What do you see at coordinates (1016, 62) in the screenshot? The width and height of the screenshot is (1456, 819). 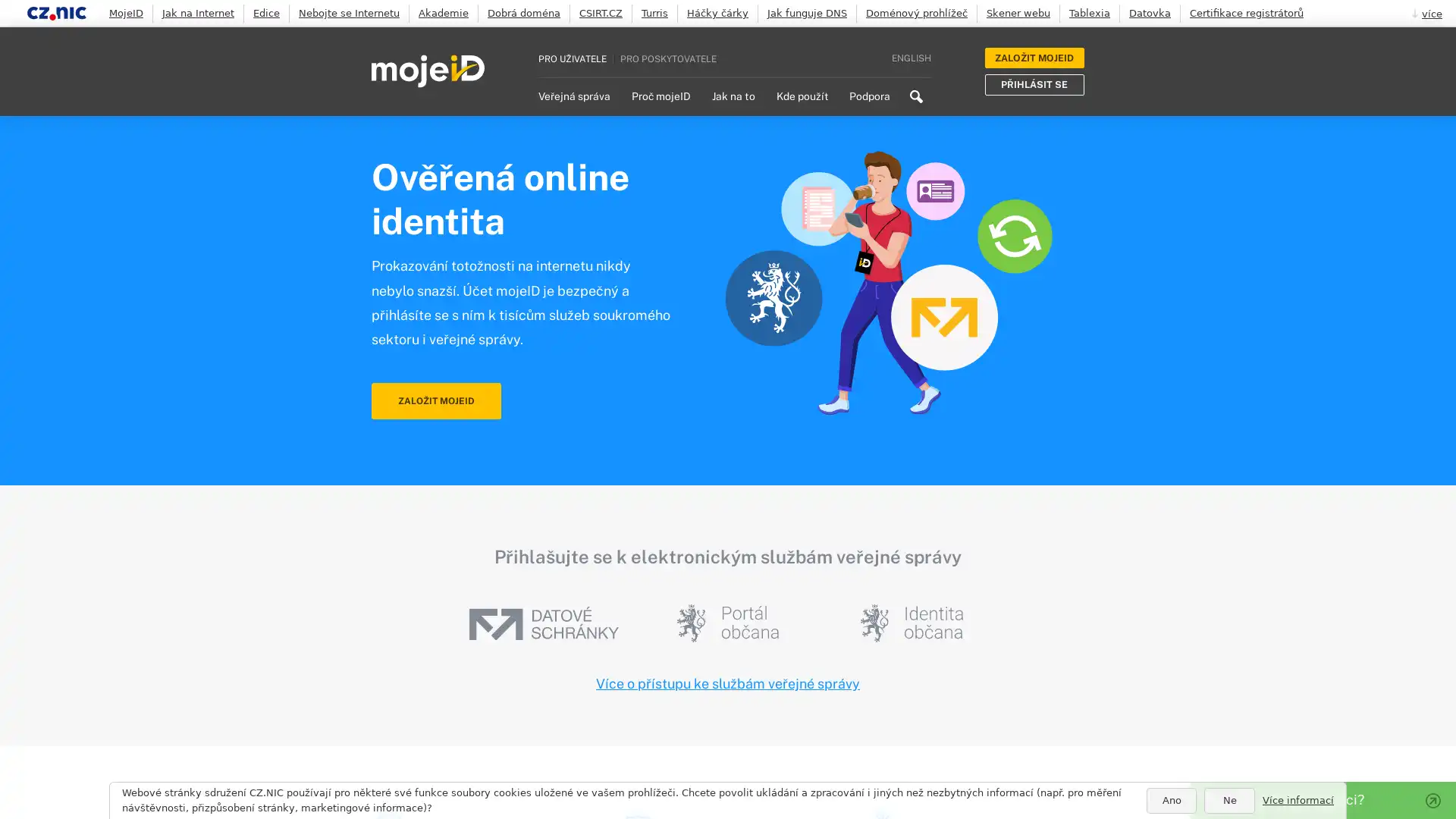 I see `Search icon` at bounding box center [1016, 62].